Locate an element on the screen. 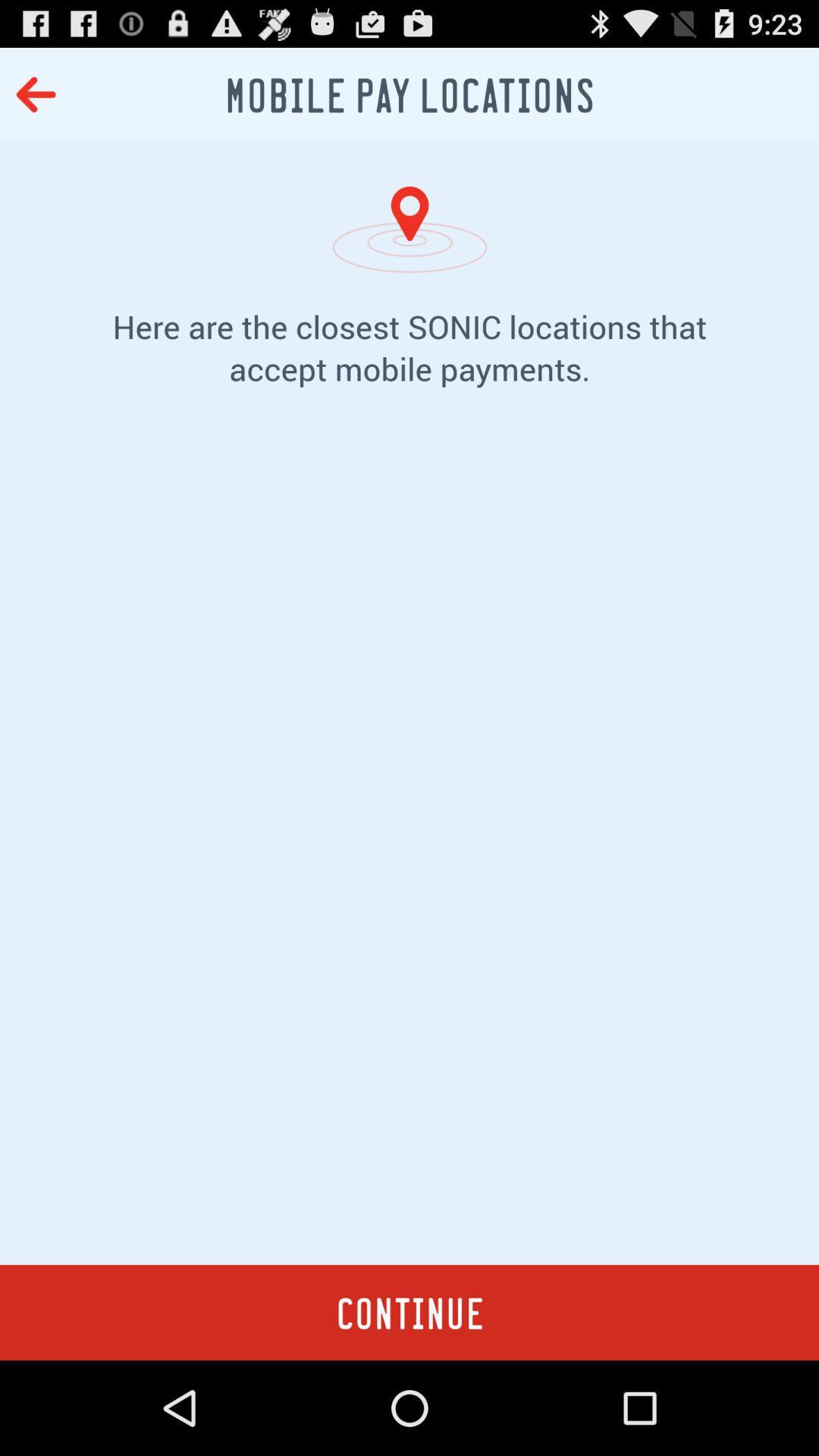 This screenshot has height=1456, width=819. the item above the continue item is located at coordinates (409, 849).